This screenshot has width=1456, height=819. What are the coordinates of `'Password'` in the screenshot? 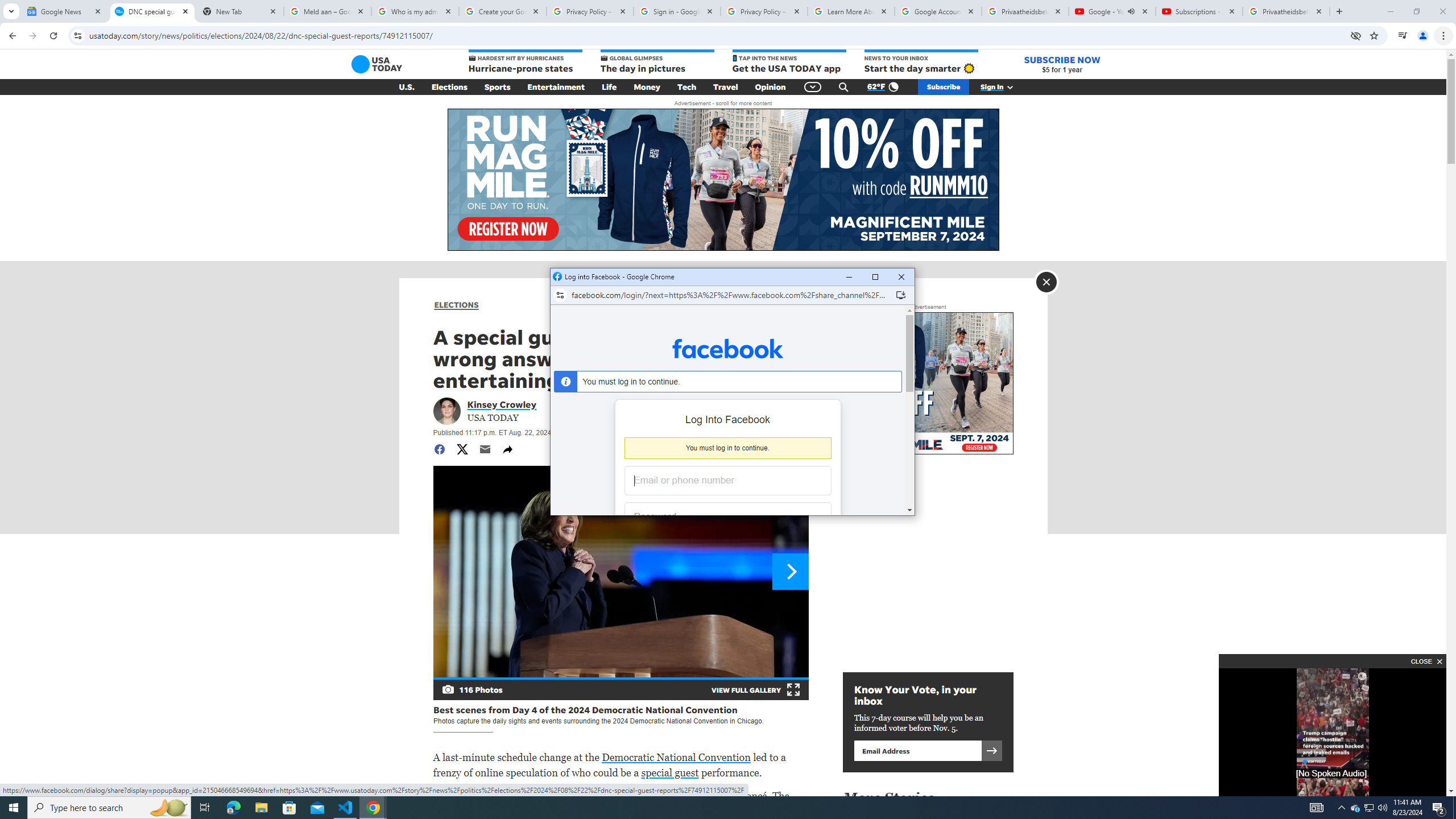 It's located at (718, 517).